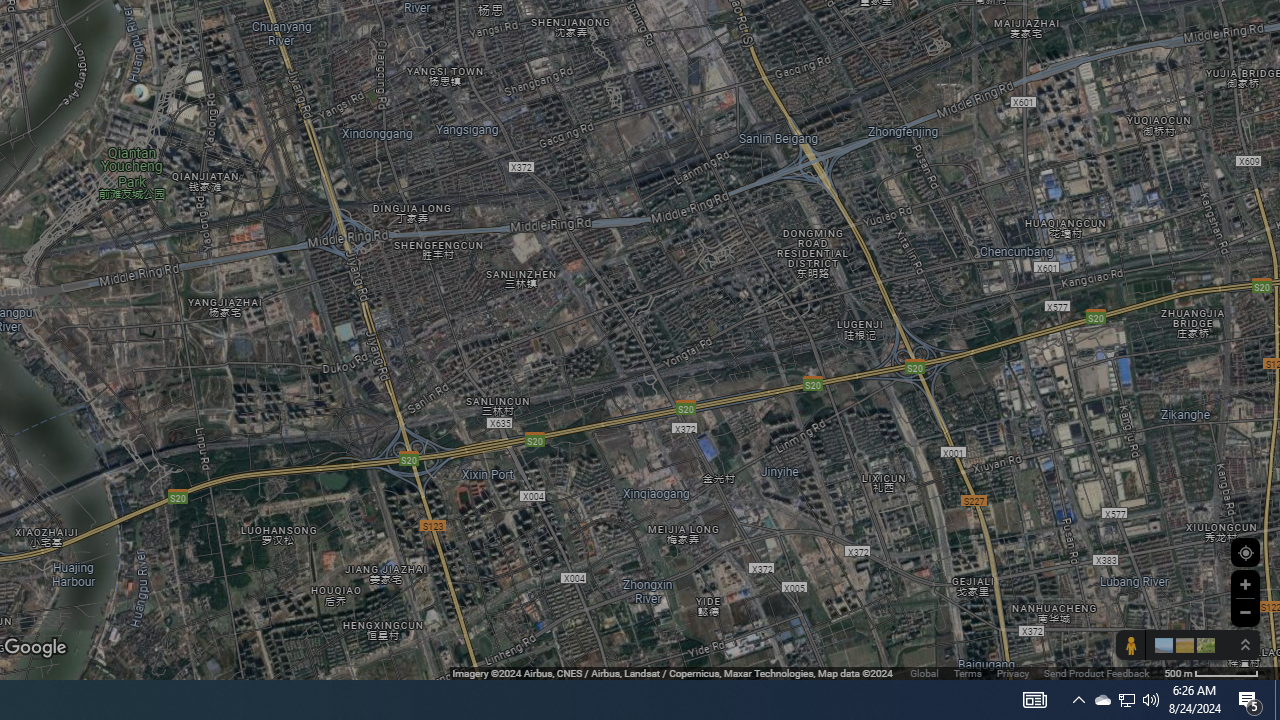 This screenshot has width=1280, height=720. I want to click on 'Show imagery', so click(1202, 645).